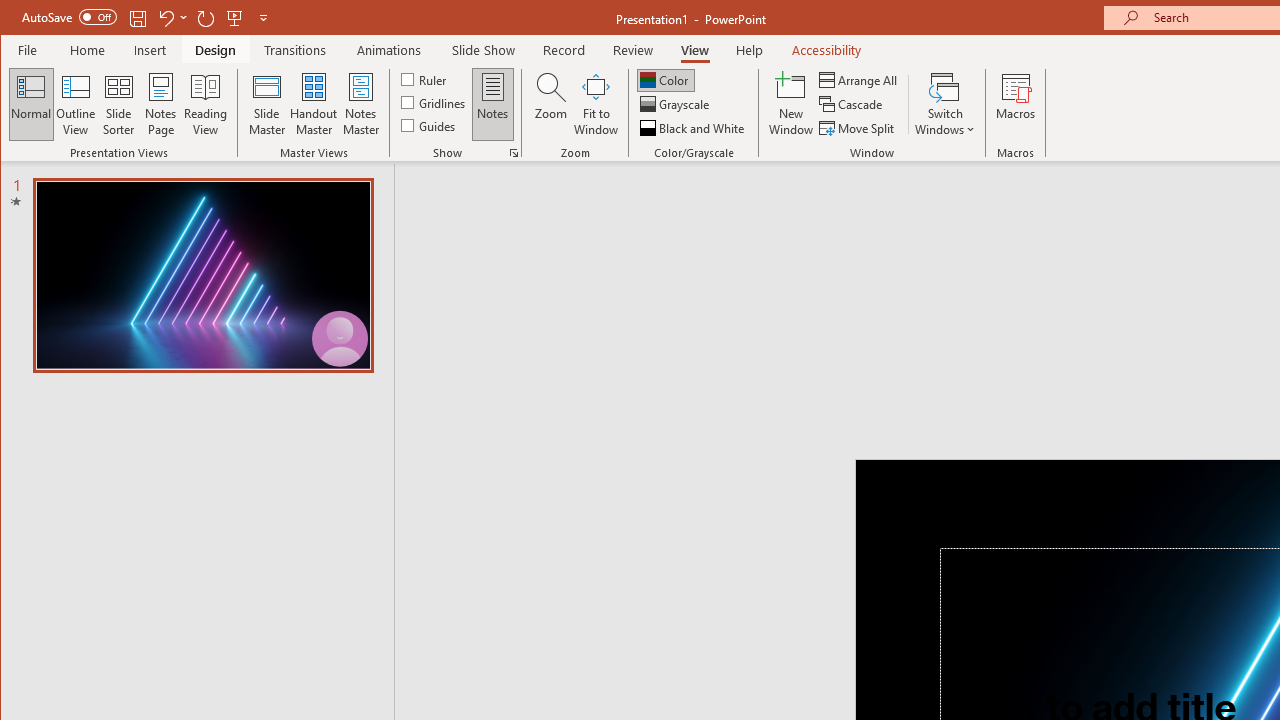  Describe the element at coordinates (265, 104) in the screenshot. I see `'Slide Master'` at that location.